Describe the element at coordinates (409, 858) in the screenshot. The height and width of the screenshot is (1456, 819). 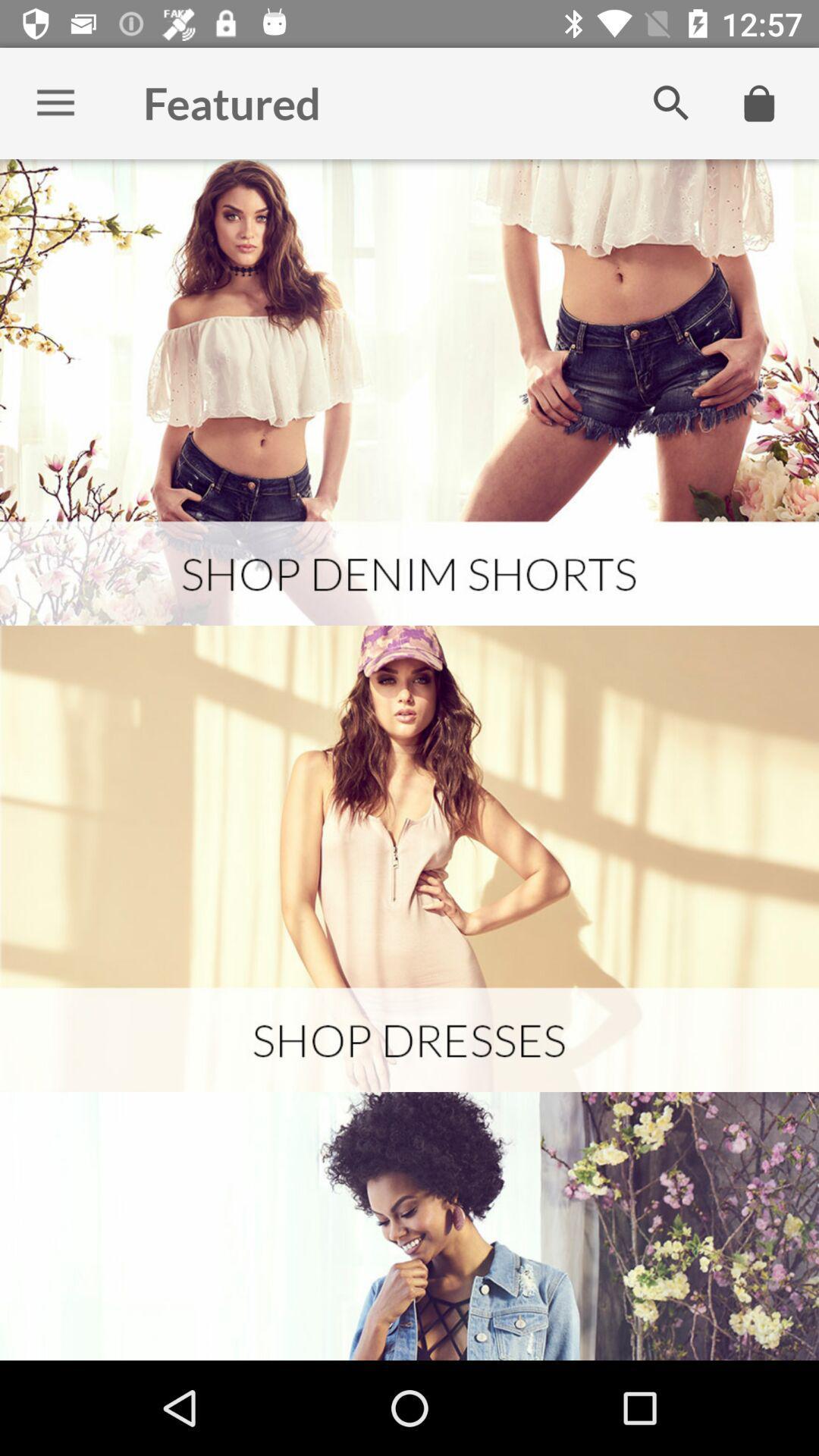
I see `picture of the page` at that location.